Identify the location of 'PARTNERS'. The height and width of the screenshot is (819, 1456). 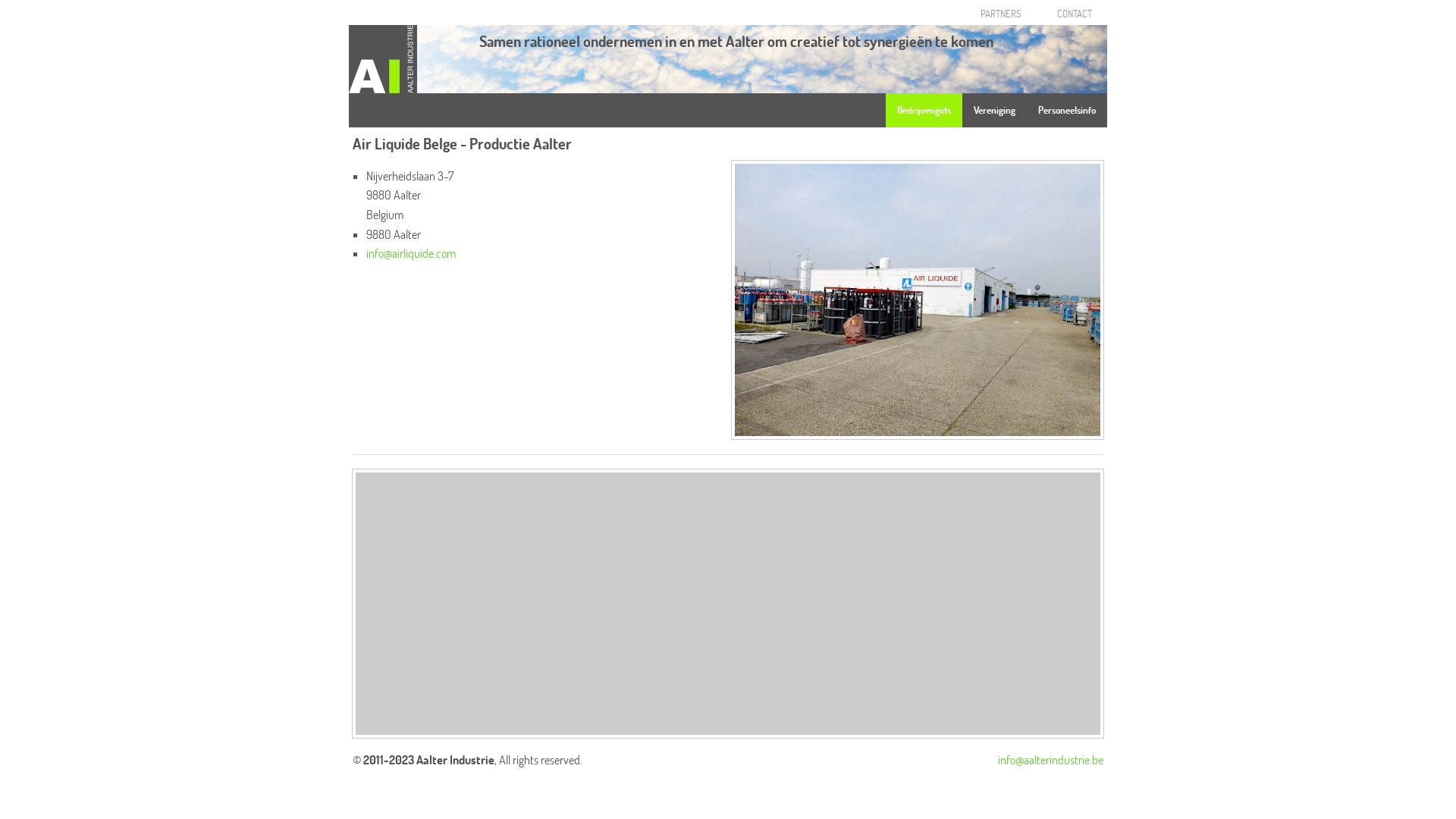
(1000, 14).